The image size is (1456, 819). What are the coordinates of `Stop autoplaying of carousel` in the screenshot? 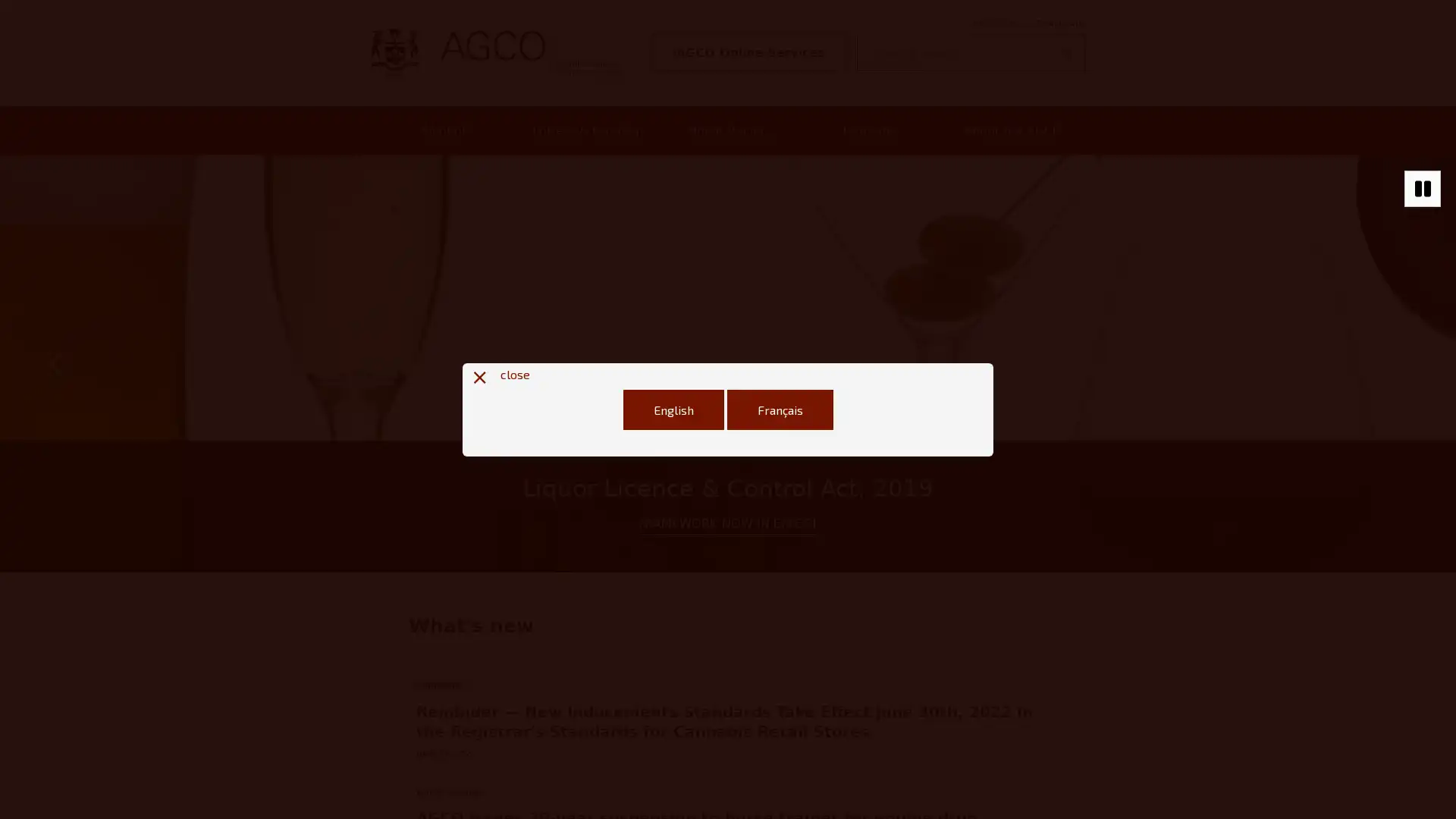 It's located at (1422, 188).